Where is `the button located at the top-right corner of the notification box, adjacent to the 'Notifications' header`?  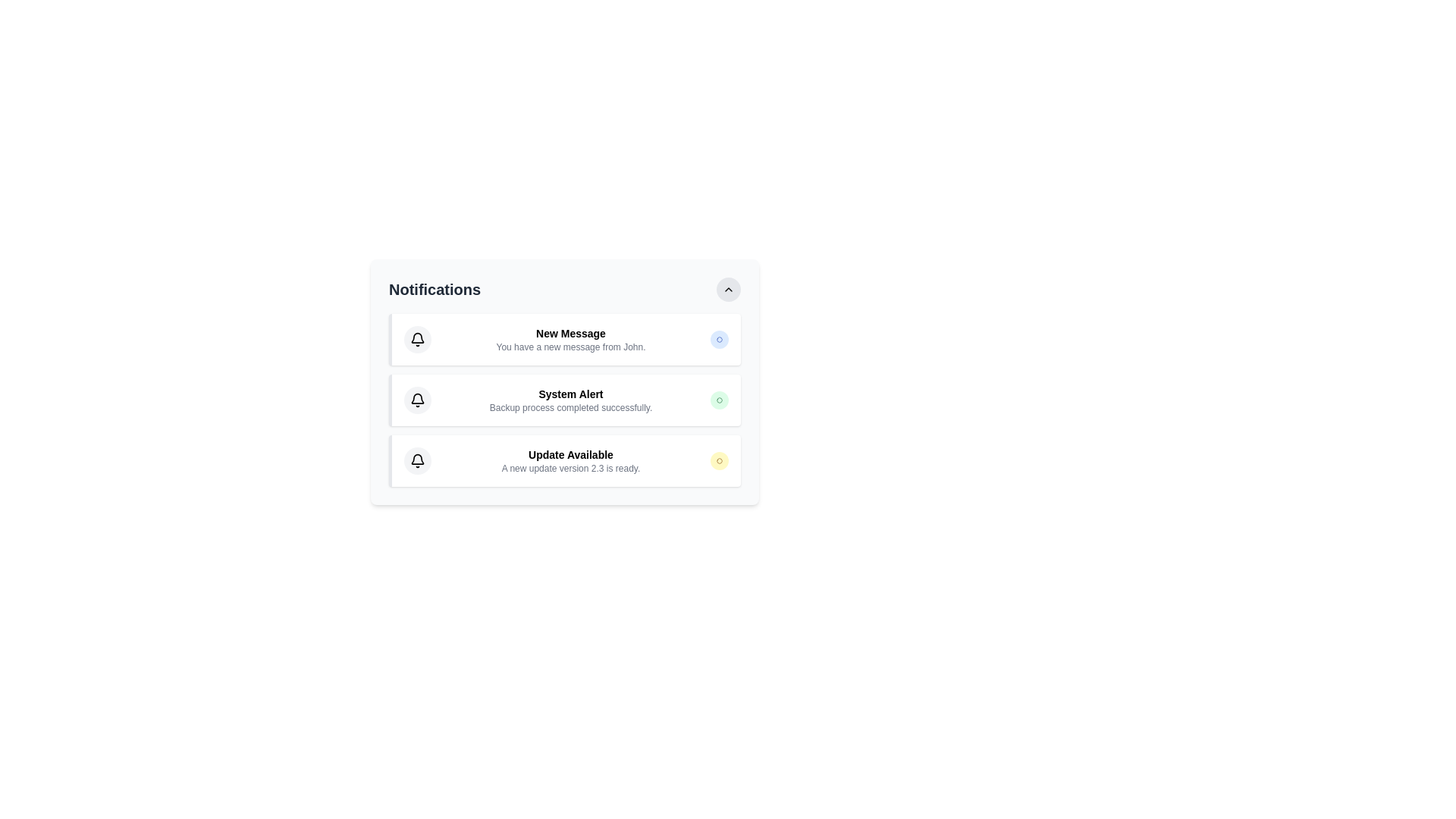
the button located at the top-right corner of the notification box, adjacent to the 'Notifications' header is located at coordinates (728, 289).